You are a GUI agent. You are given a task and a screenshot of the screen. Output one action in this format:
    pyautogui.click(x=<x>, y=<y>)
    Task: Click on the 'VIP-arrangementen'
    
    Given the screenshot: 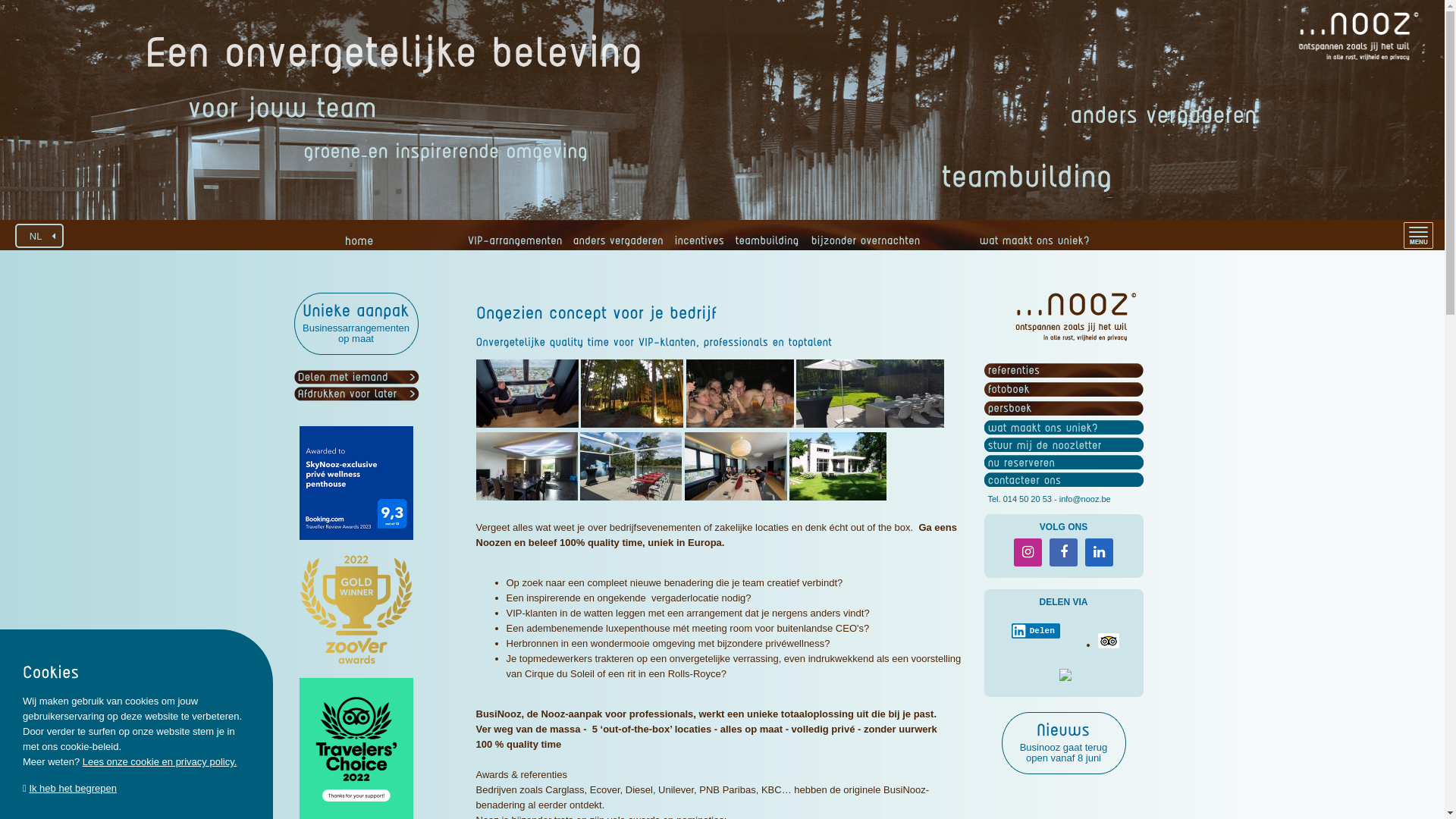 What is the action you would take?
    pyautogui.click(x=513, y=244)
    